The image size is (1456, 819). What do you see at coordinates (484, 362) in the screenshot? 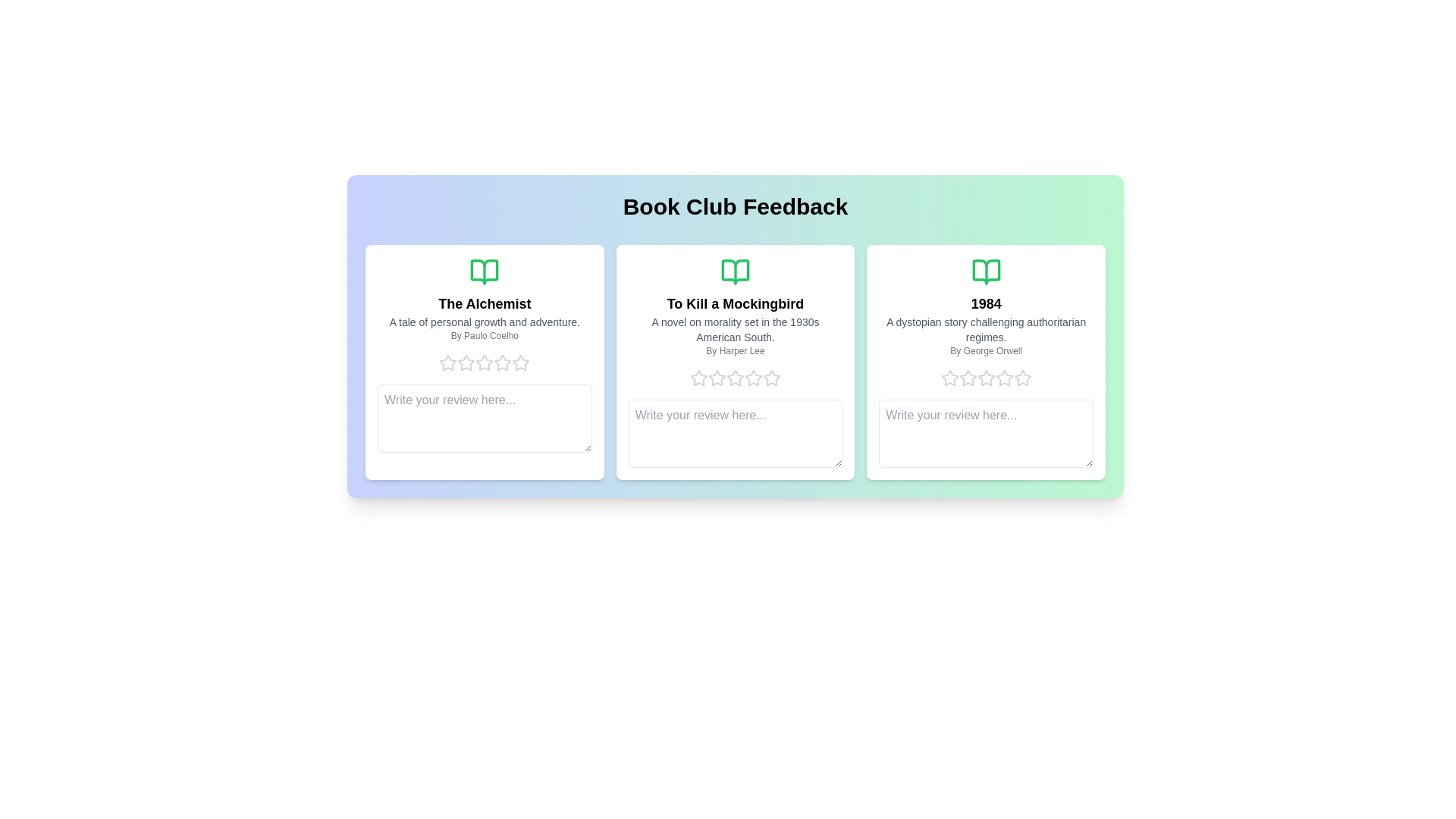
I see `the fourth star in the rating section below 'The Alchemist'` at bounding box center [484, 362].